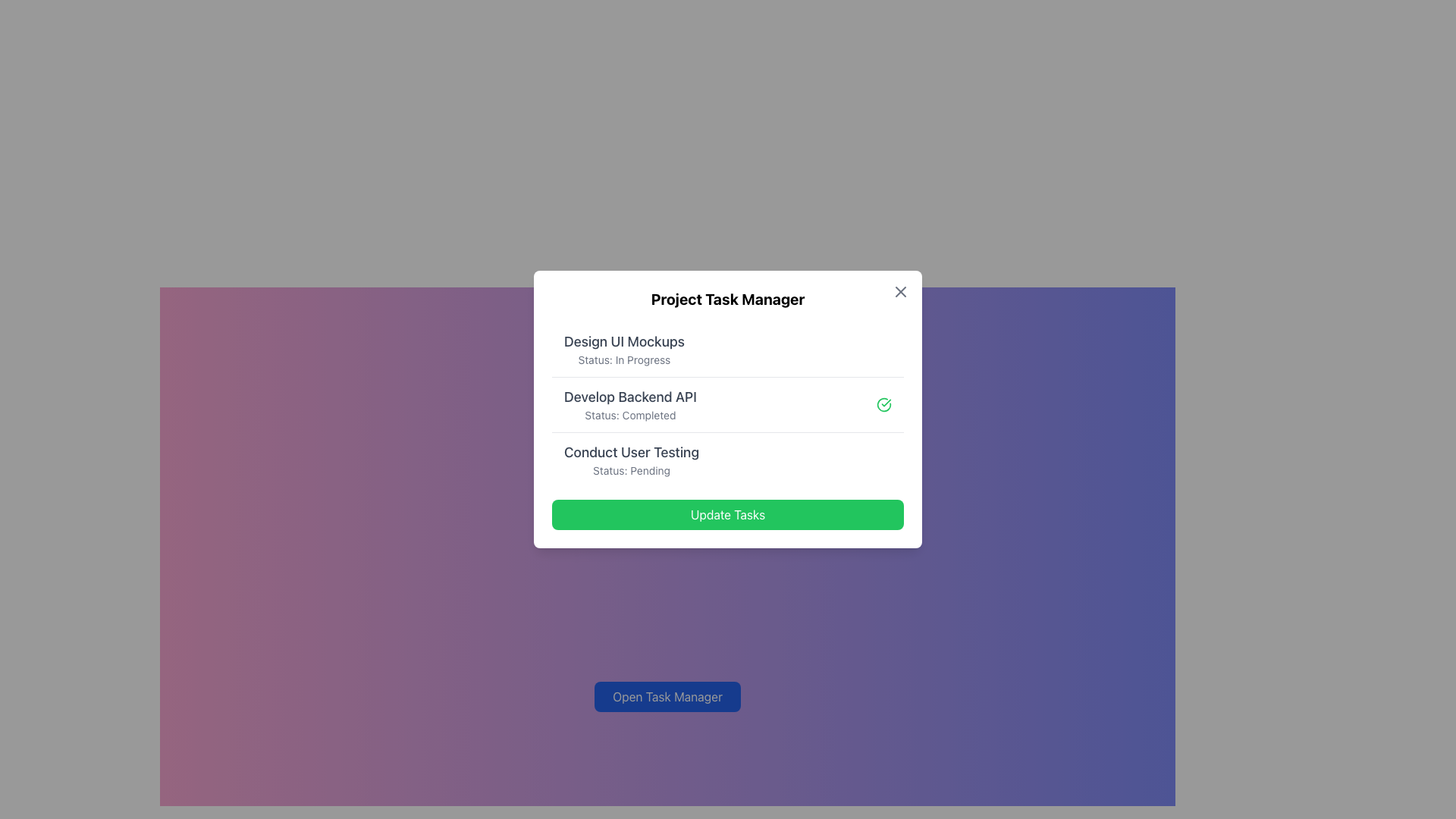  I want to click on the close button in the top-right corner of the 'Project Task Manager' dialog box to change its color, so click(901, 292).